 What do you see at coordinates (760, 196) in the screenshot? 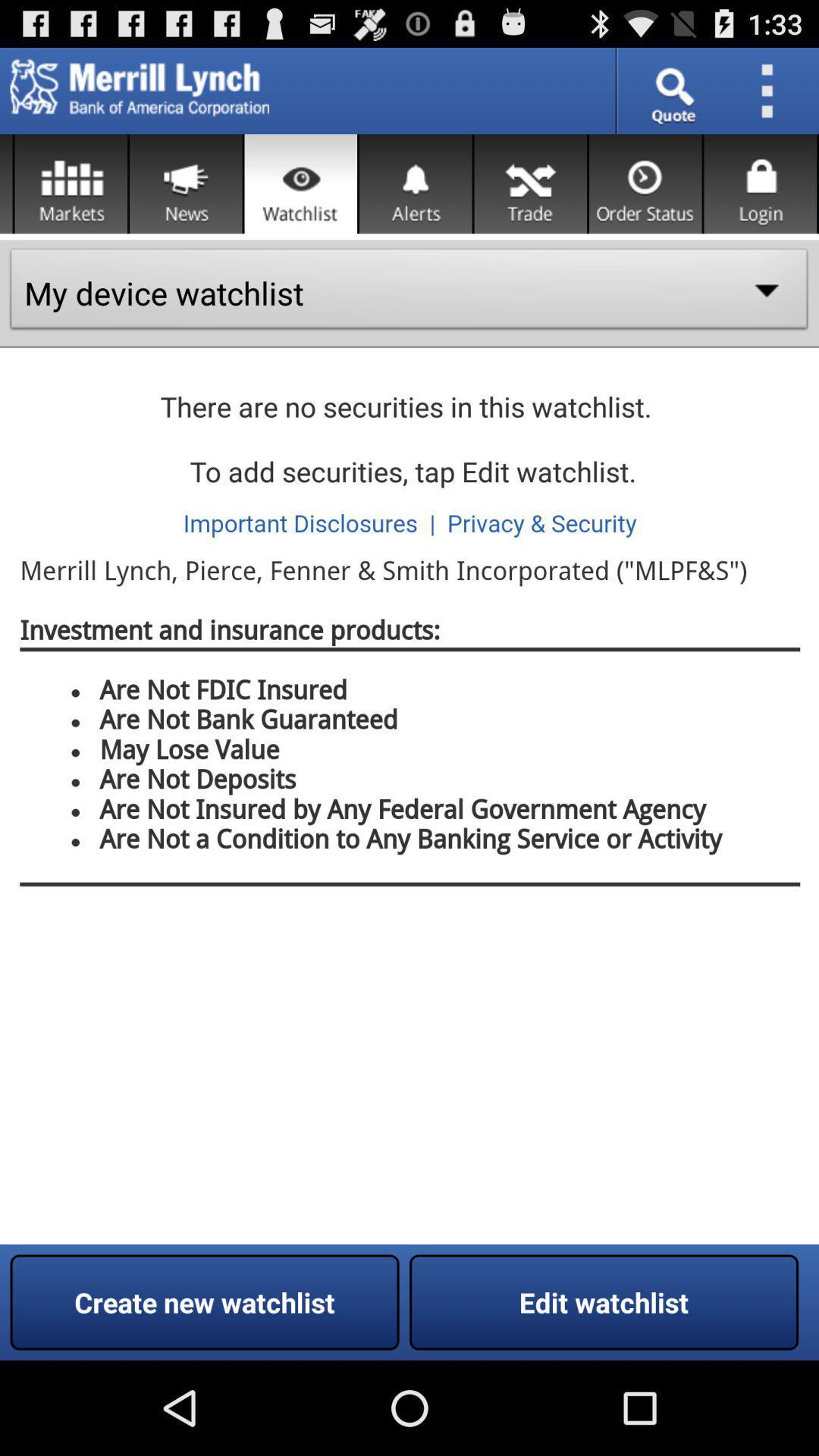
I see `the lock icon` at bounding box center [760, 196].